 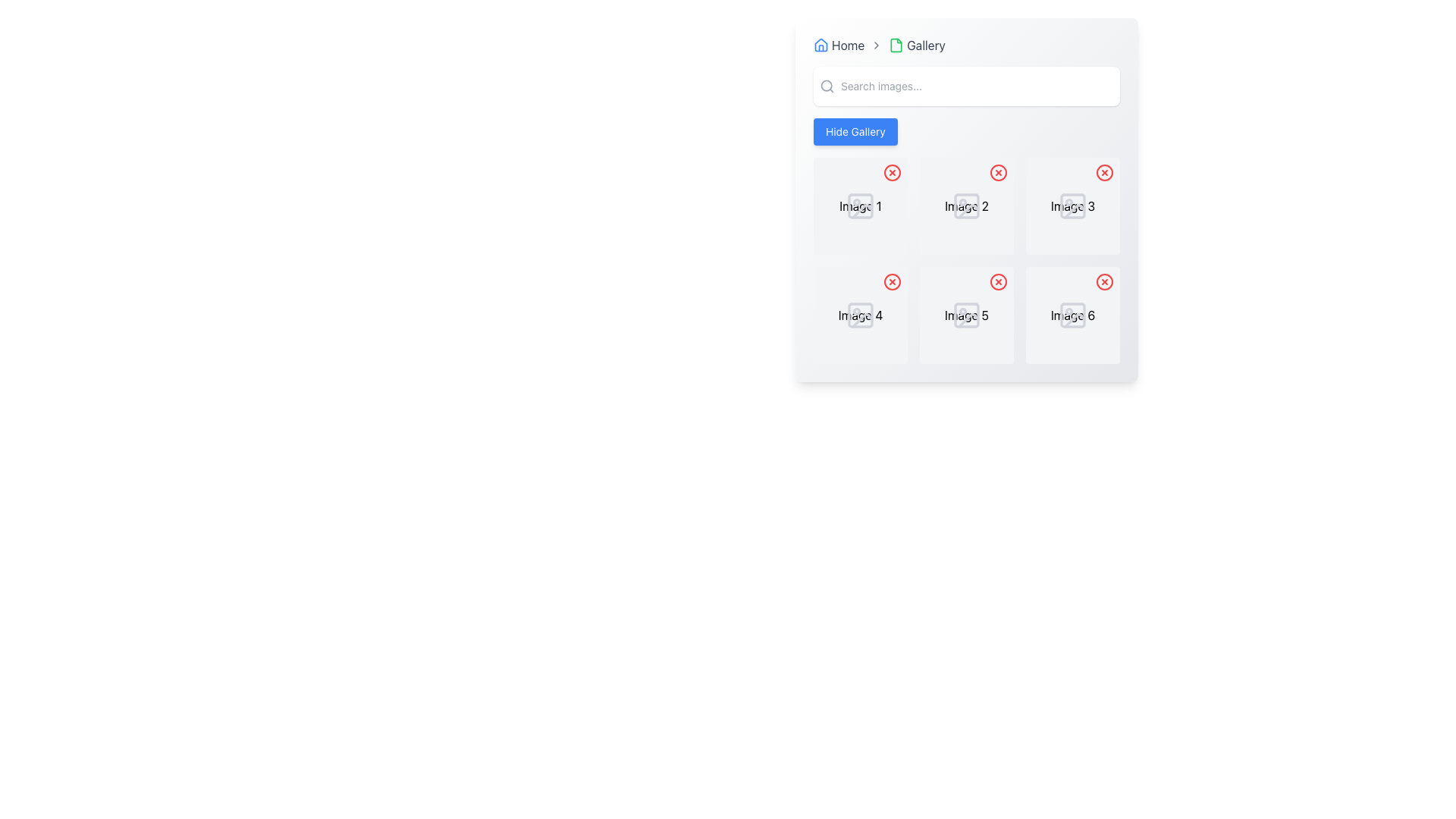 I want to click on the Circular SVG graphic located at the top-left corner of the first item in the gallery, which serves as part of the gallery's control overlay, so click(x=892, y=171).